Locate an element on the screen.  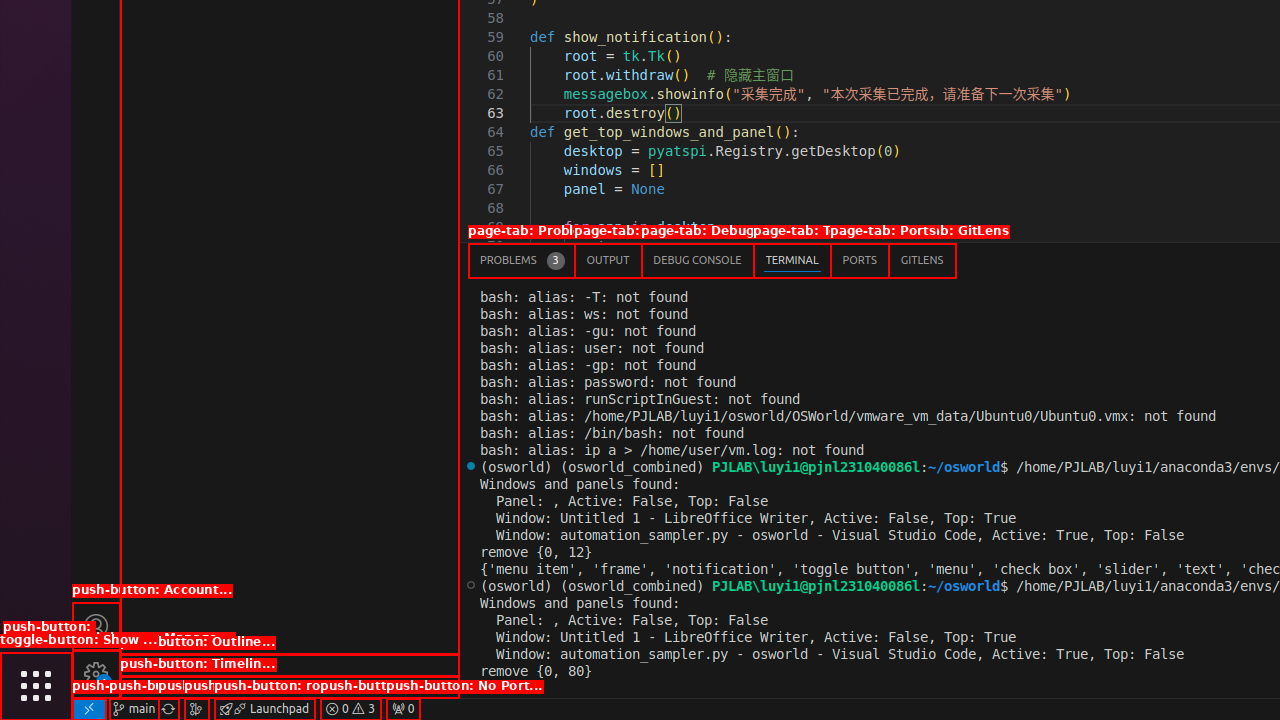
'Timeline Section' is located at coordinates (288, 686).